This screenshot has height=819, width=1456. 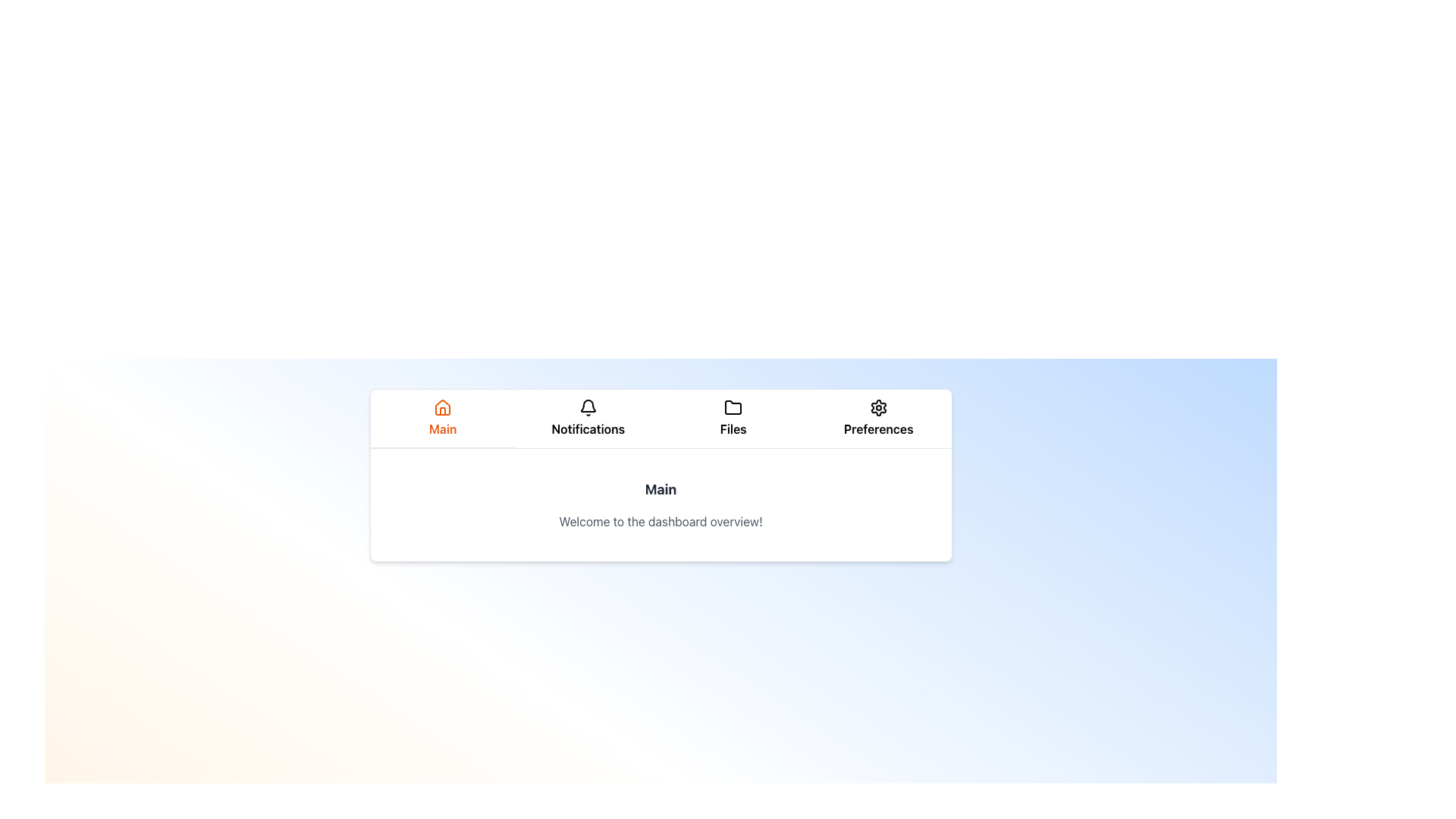 I want to click on the black outline folder icon located above the 'Files' text in the third segment of the horizontal navigation bar, so click(x=733, y=406).